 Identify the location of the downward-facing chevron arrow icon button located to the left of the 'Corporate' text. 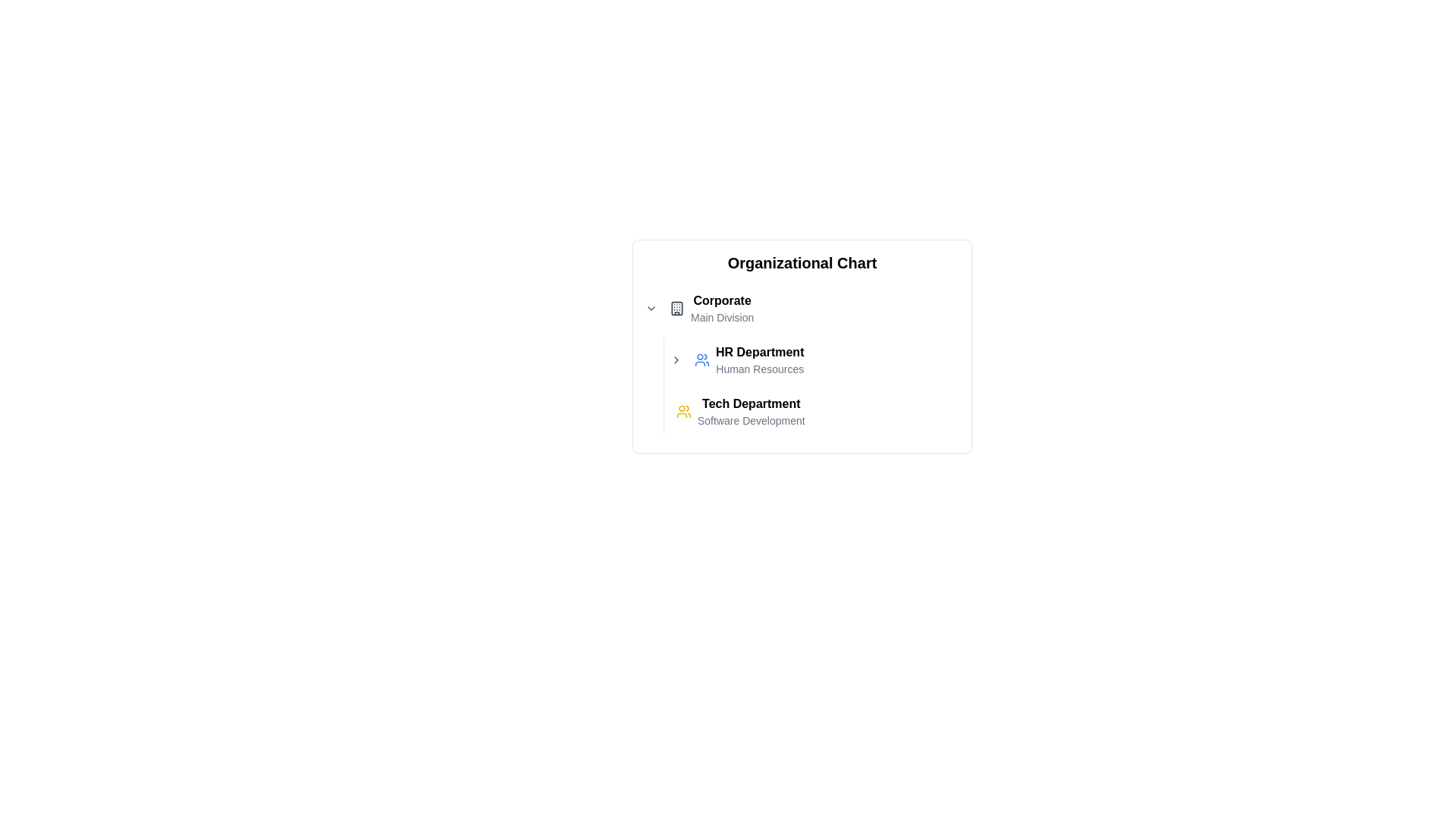
(651, 308).